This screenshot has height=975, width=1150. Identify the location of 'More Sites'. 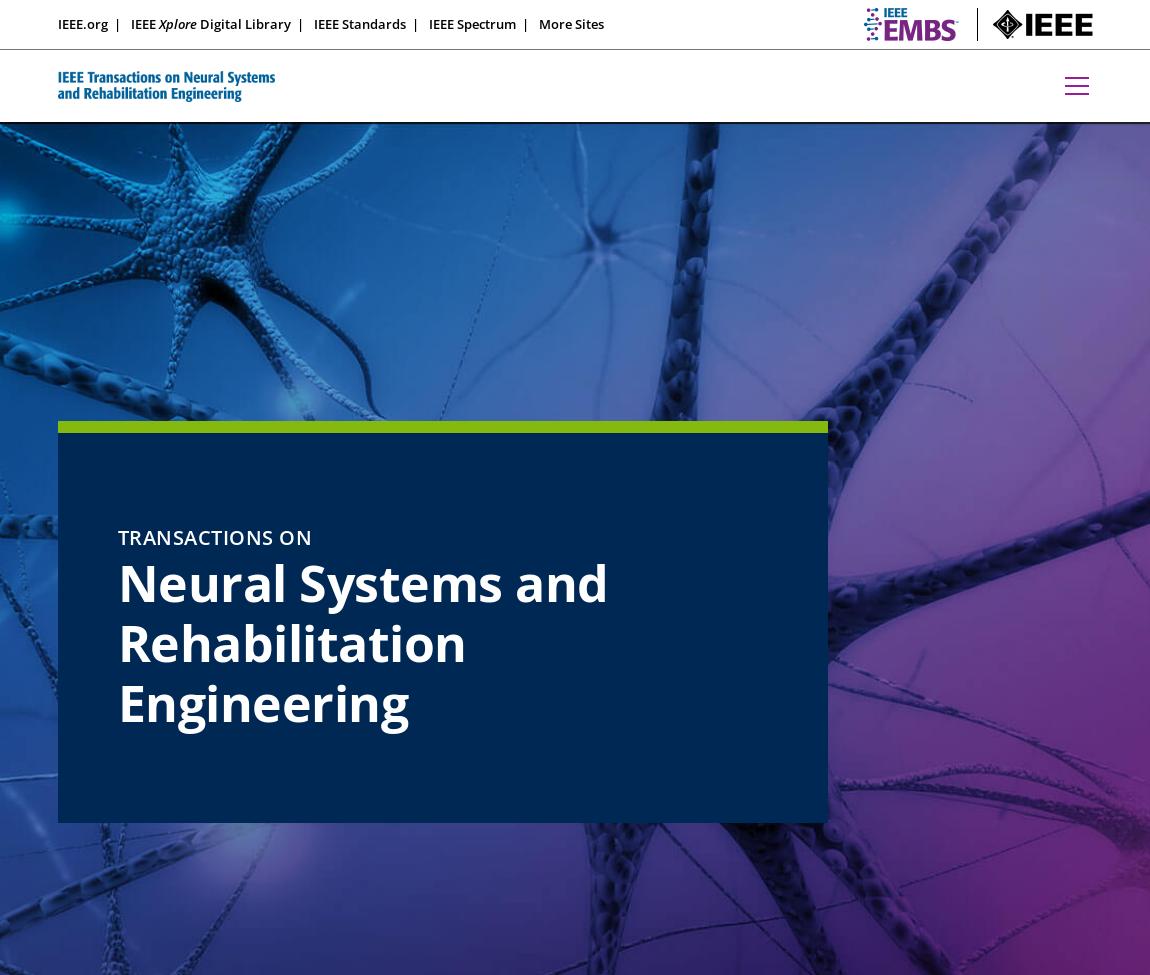
(570, 23).